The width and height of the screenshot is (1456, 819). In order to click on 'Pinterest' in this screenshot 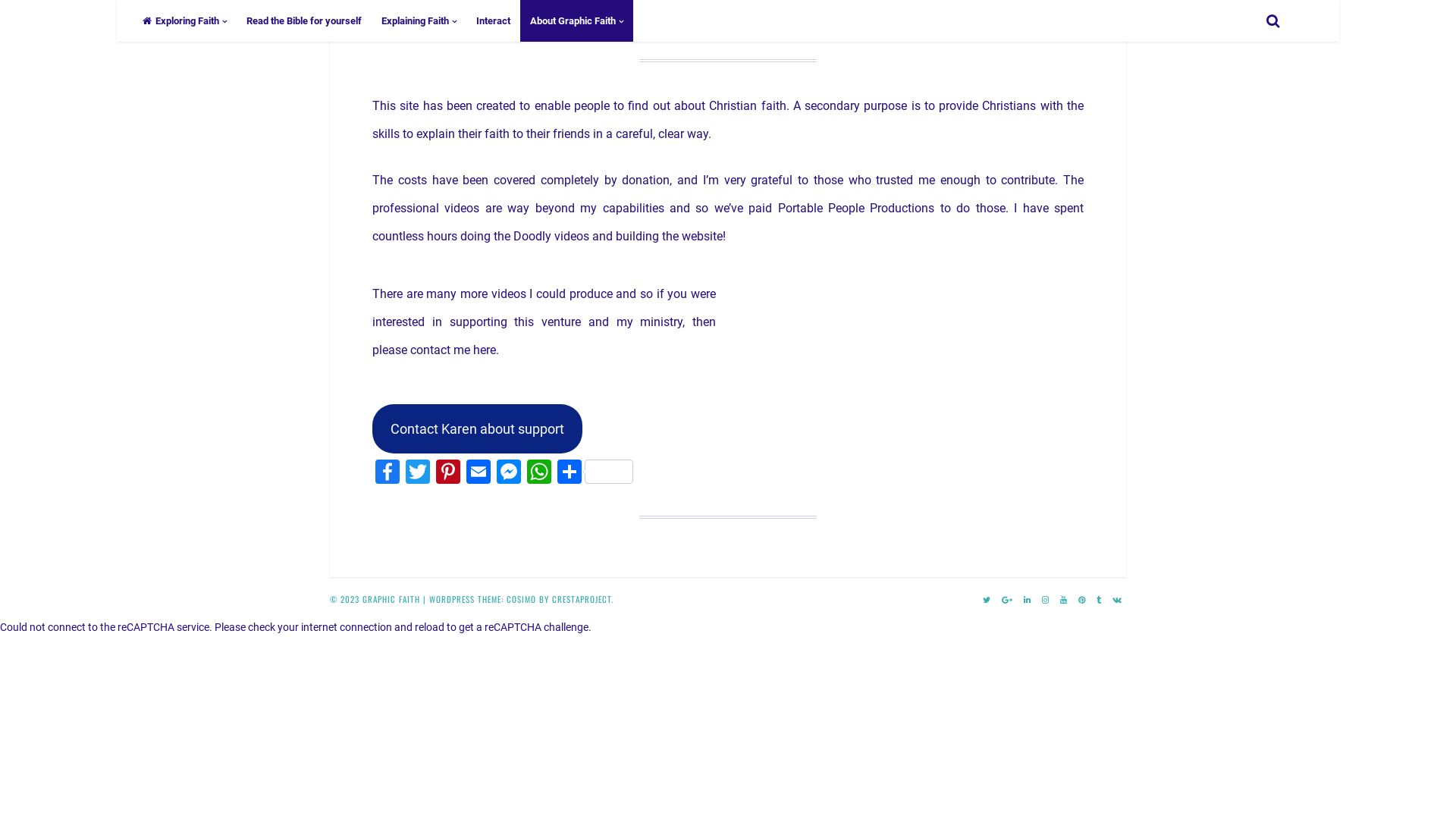, I will do `click(432, 472)`.